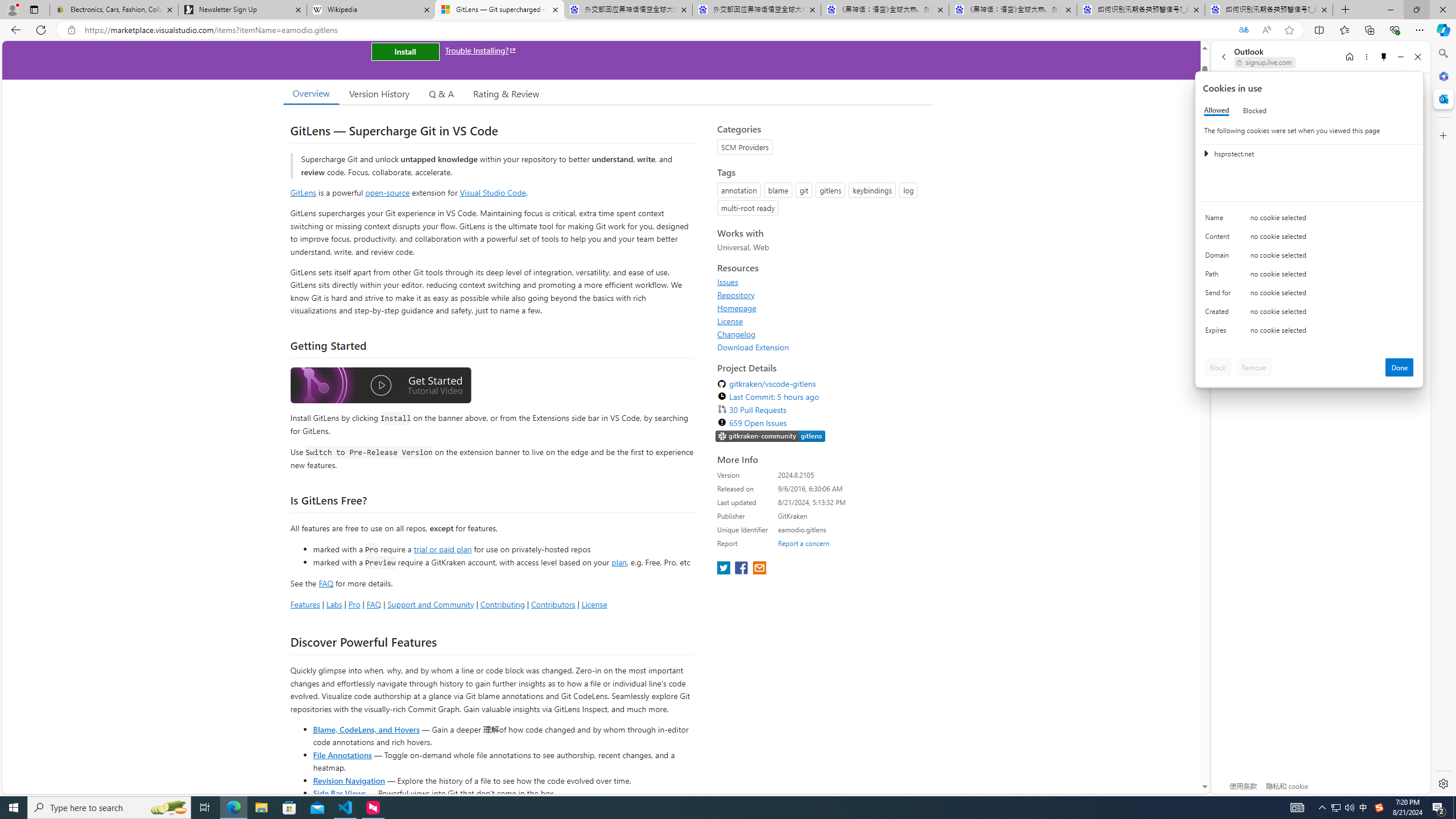 The height and width of the screenshot is (819, 1456). Describe the element at coordinates (1219, 239) in the screenshot. I see `'Content'` at that location.